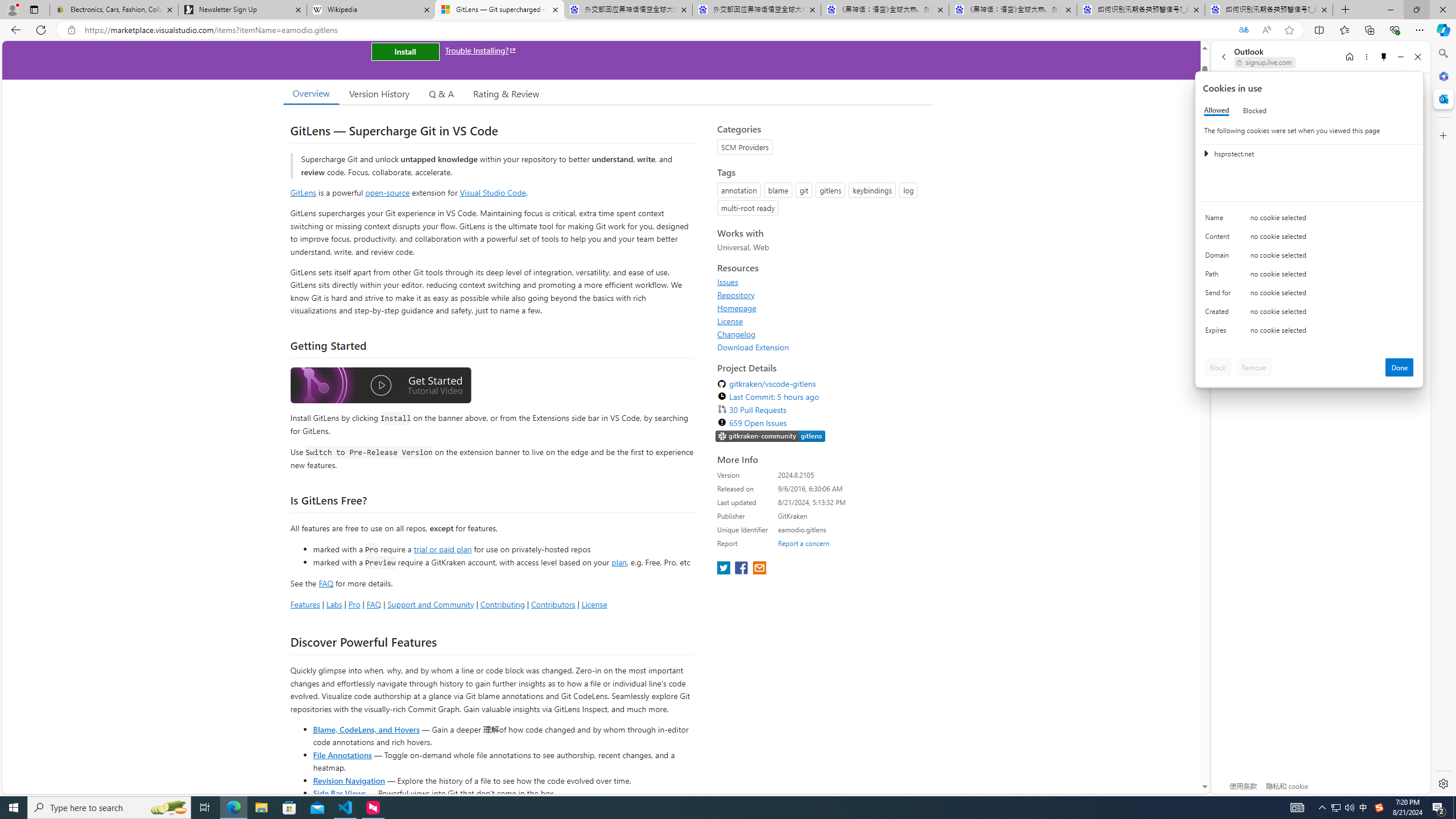 The height and width of the screenshot is (819, 1456). Describe the element at coordinates (1219, 239) in the screenshot. I see `'Content'` at that location.